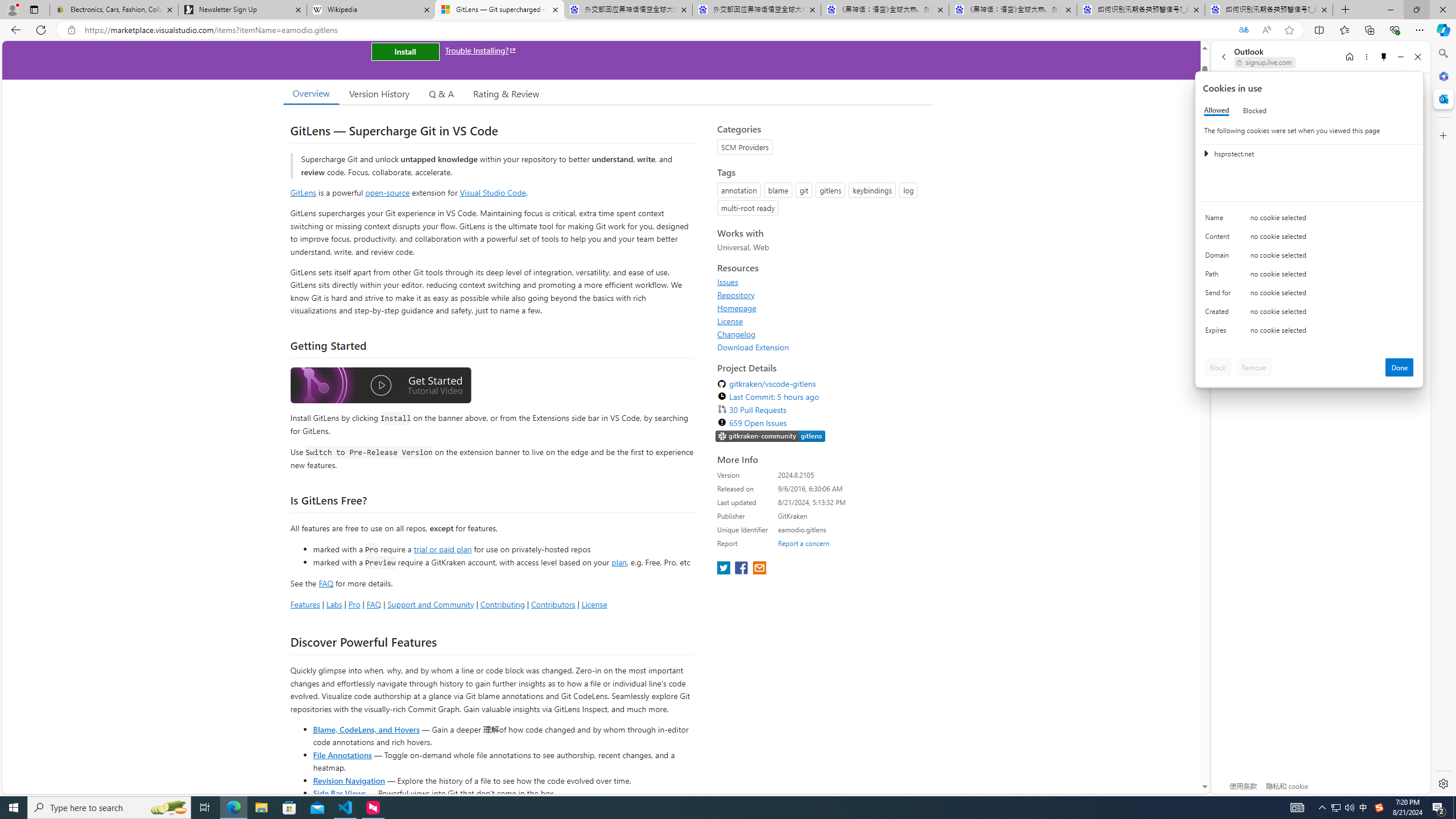 The height and width of the screenshot is (819, 1456). Describe the element at coordinates (1219, 239) in the screenshot. I see `'Content'` at that location.